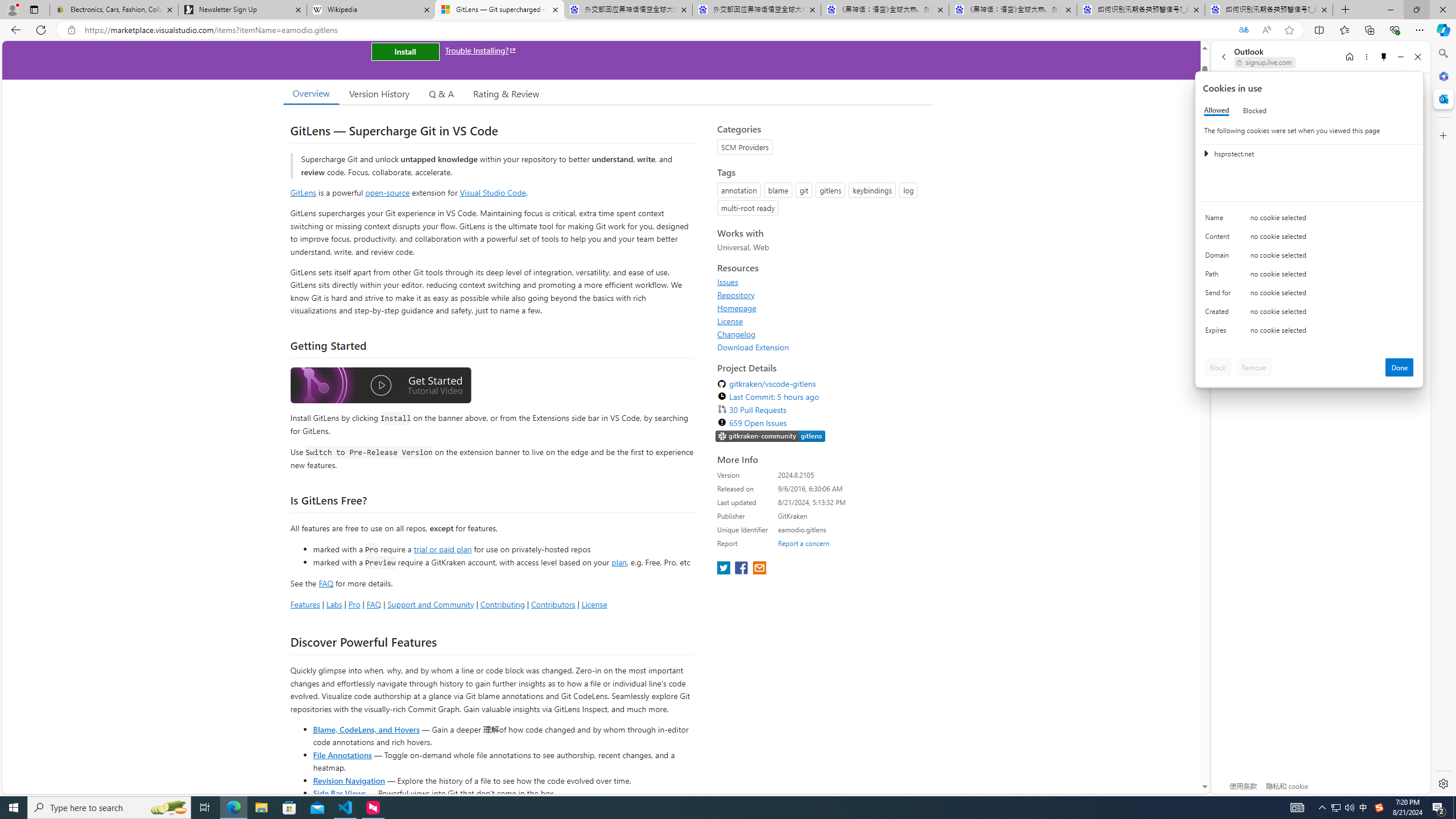 The height and width of the screenshot is (819, 1456). Describe the element at coordinates (1219, 239) in the screenshot. I see `'Content'` at that location.